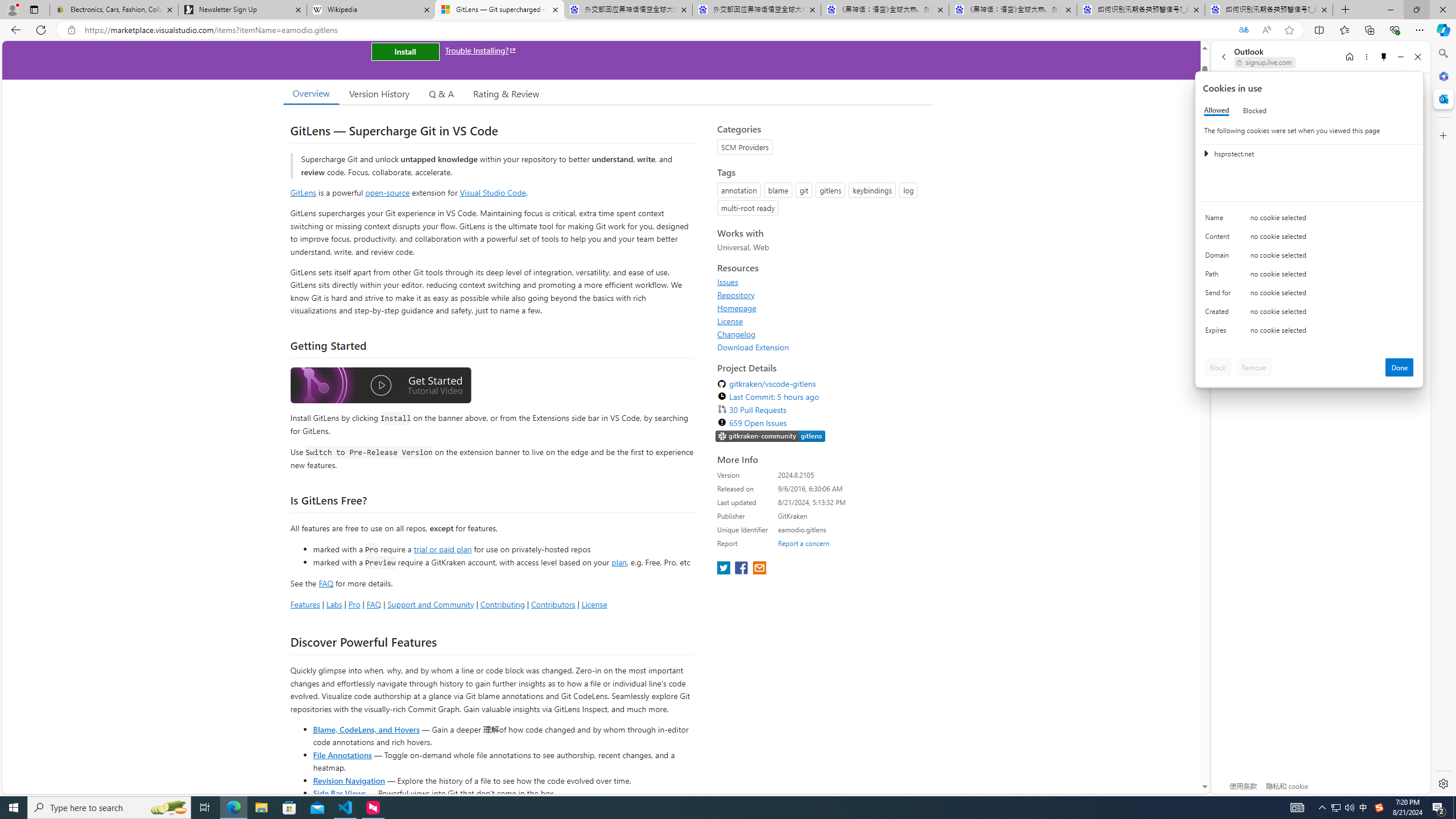 The height and width of the screenshot is (819, 1456). Describe the element at coordinates (1219, 239) in the screenshot. I see `'Content'` at that location.